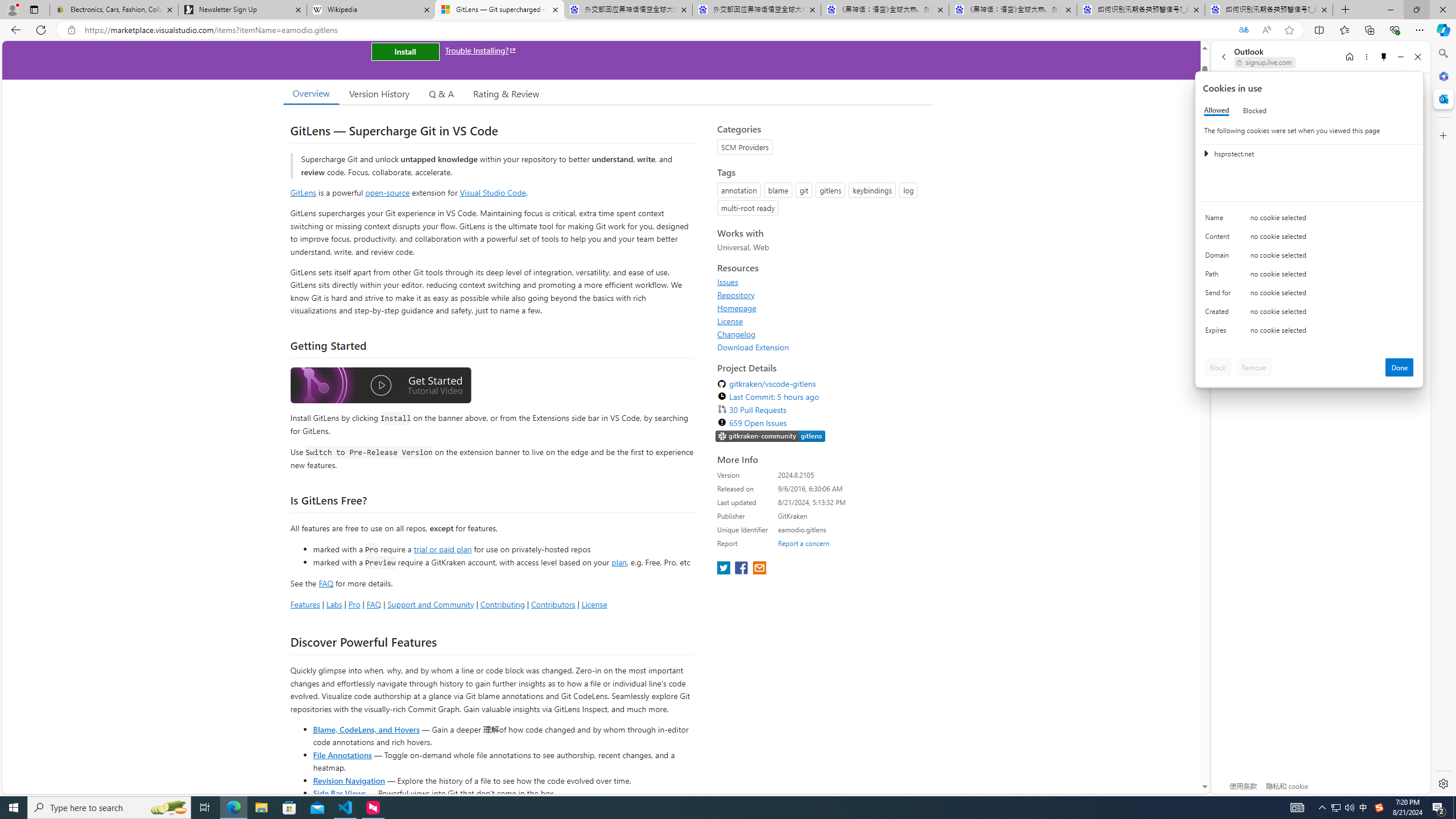 The height and width of the screenshot is (819, 1456). Describe the element at coordinates (1219, 239) in the screenshot. I see `'Content'` at that location.